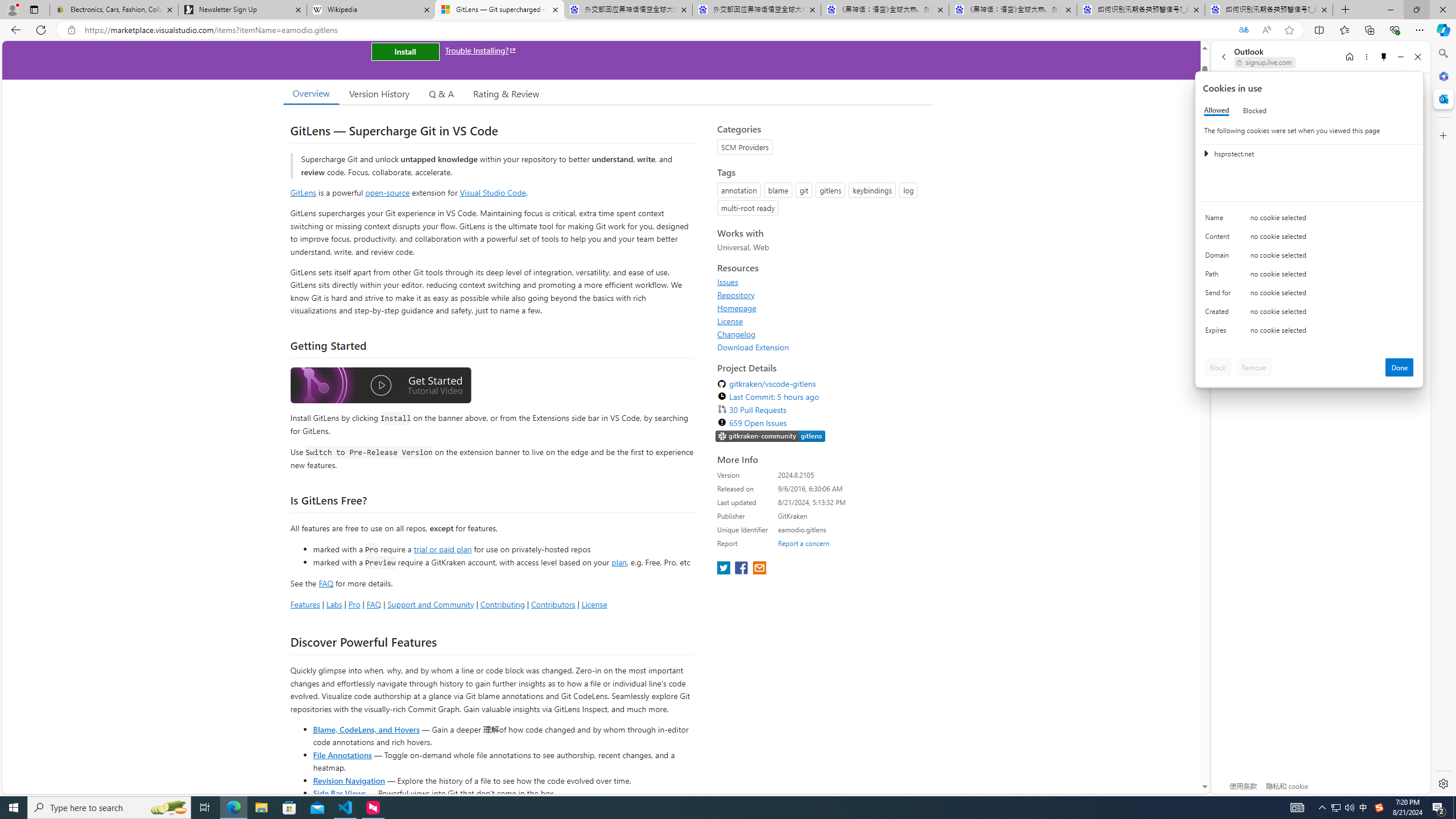 The height and width of the screenshot is (819, 1456). Describe the element at coordinates (1219, 239) in the screenshot. I see `'Content'` at that location.